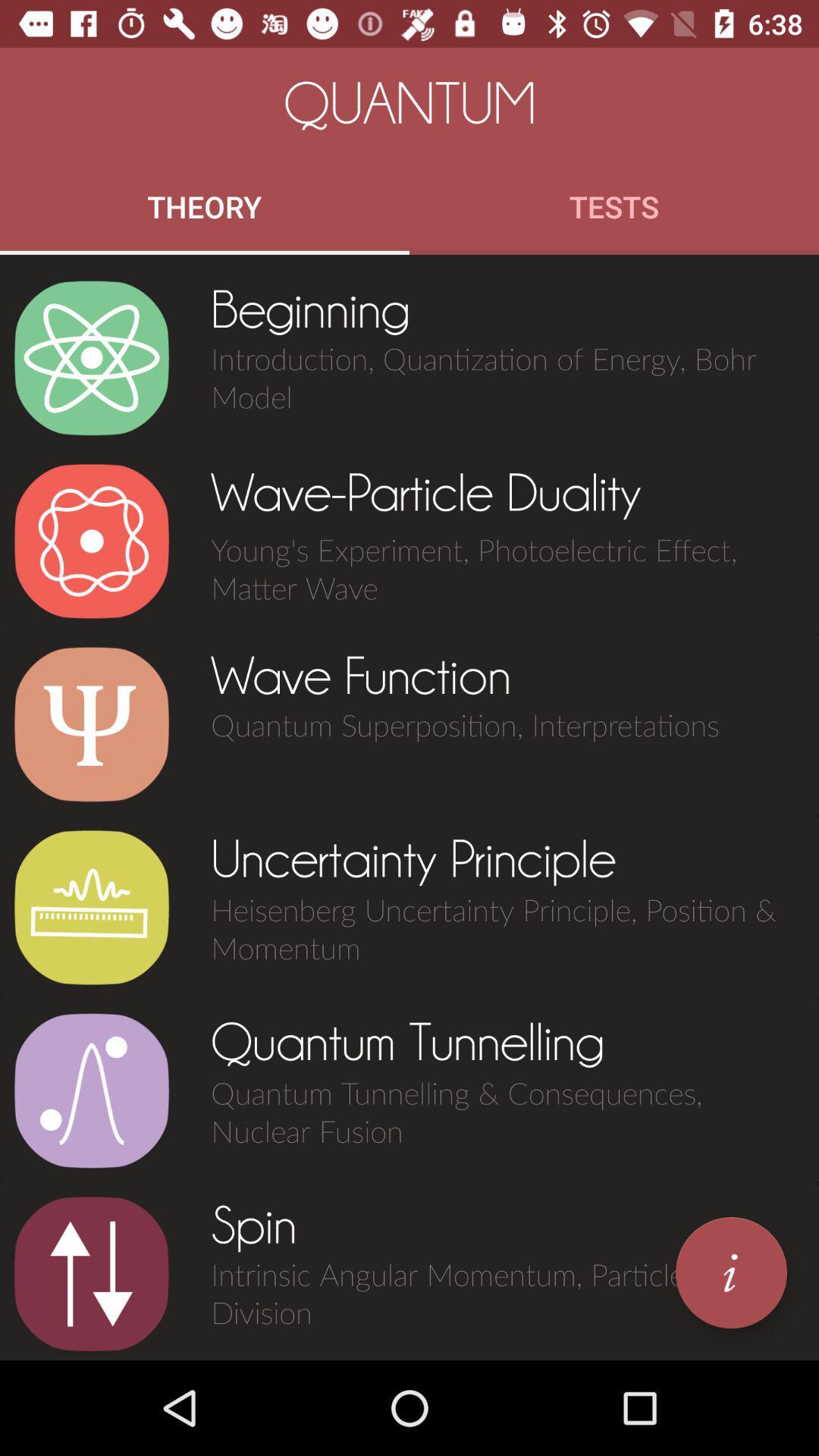  What do you see at coordinates (730, 1272) in the screenshot?
I see `more info` at bounding box center [730, 1272].